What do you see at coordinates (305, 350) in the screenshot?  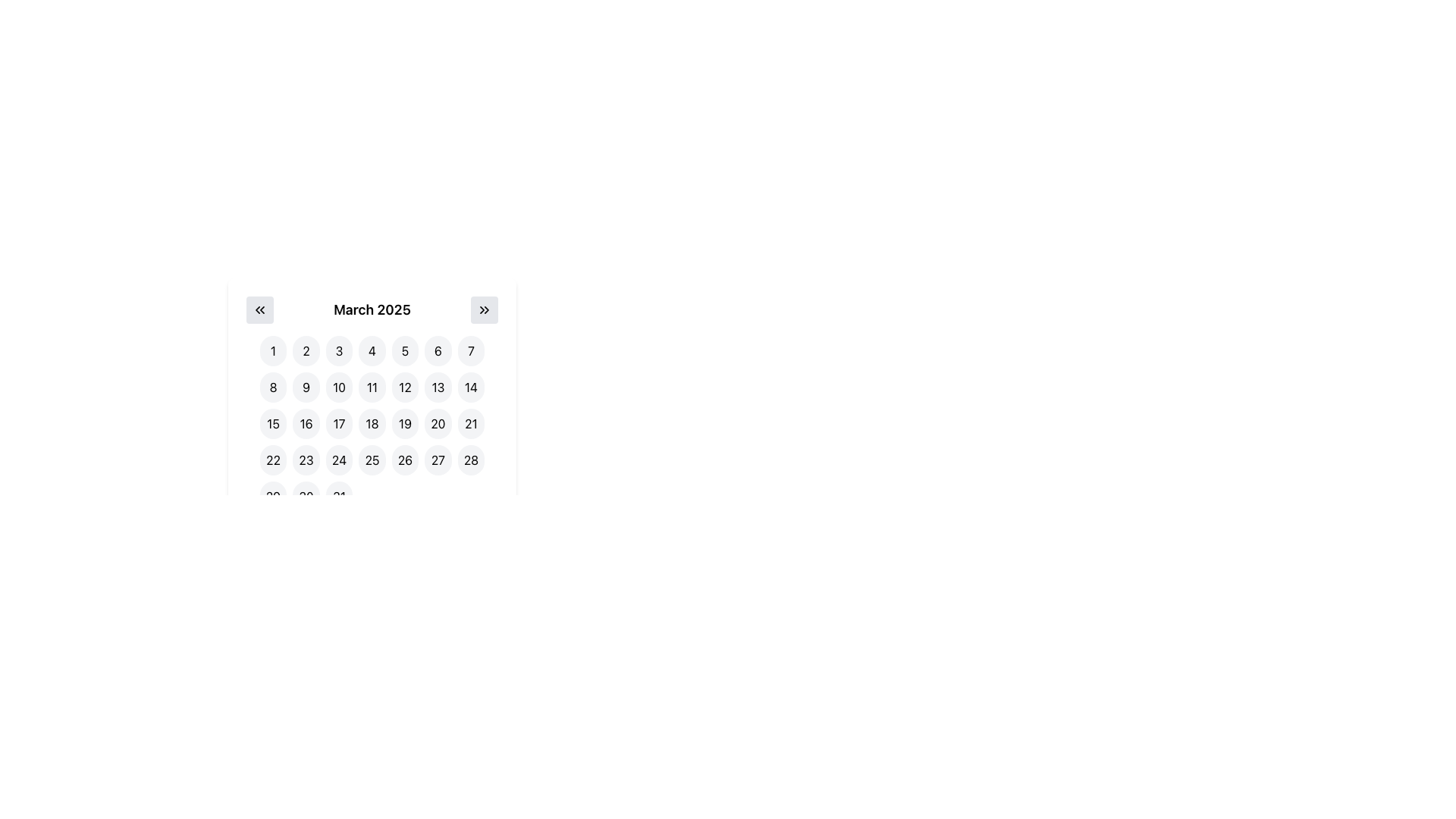 I see `the second button in the calendar interface` at bounding box center [305, 350].